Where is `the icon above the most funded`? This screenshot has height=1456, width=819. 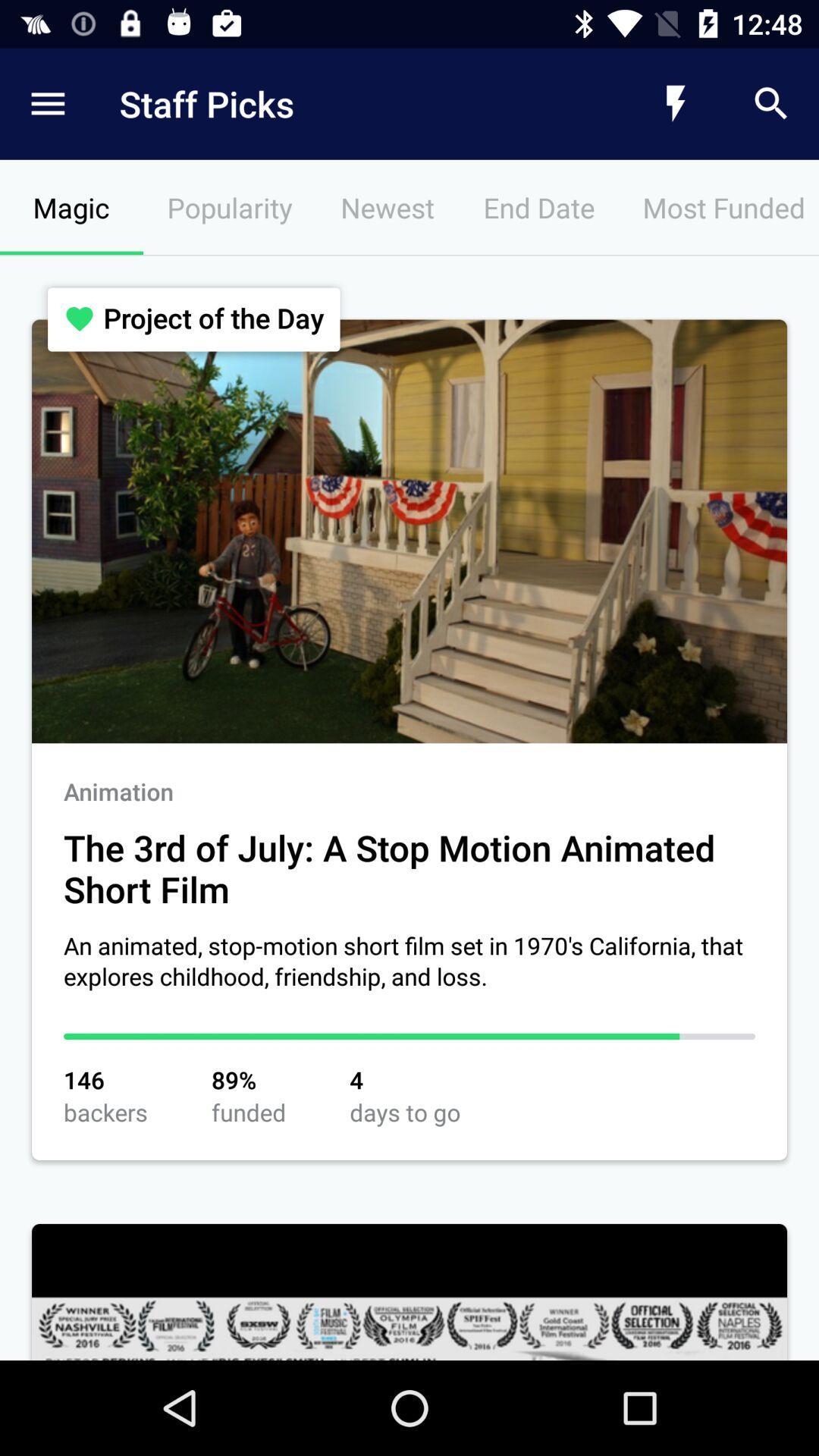
the icon above the most funded is located at coordinates (675, 103).